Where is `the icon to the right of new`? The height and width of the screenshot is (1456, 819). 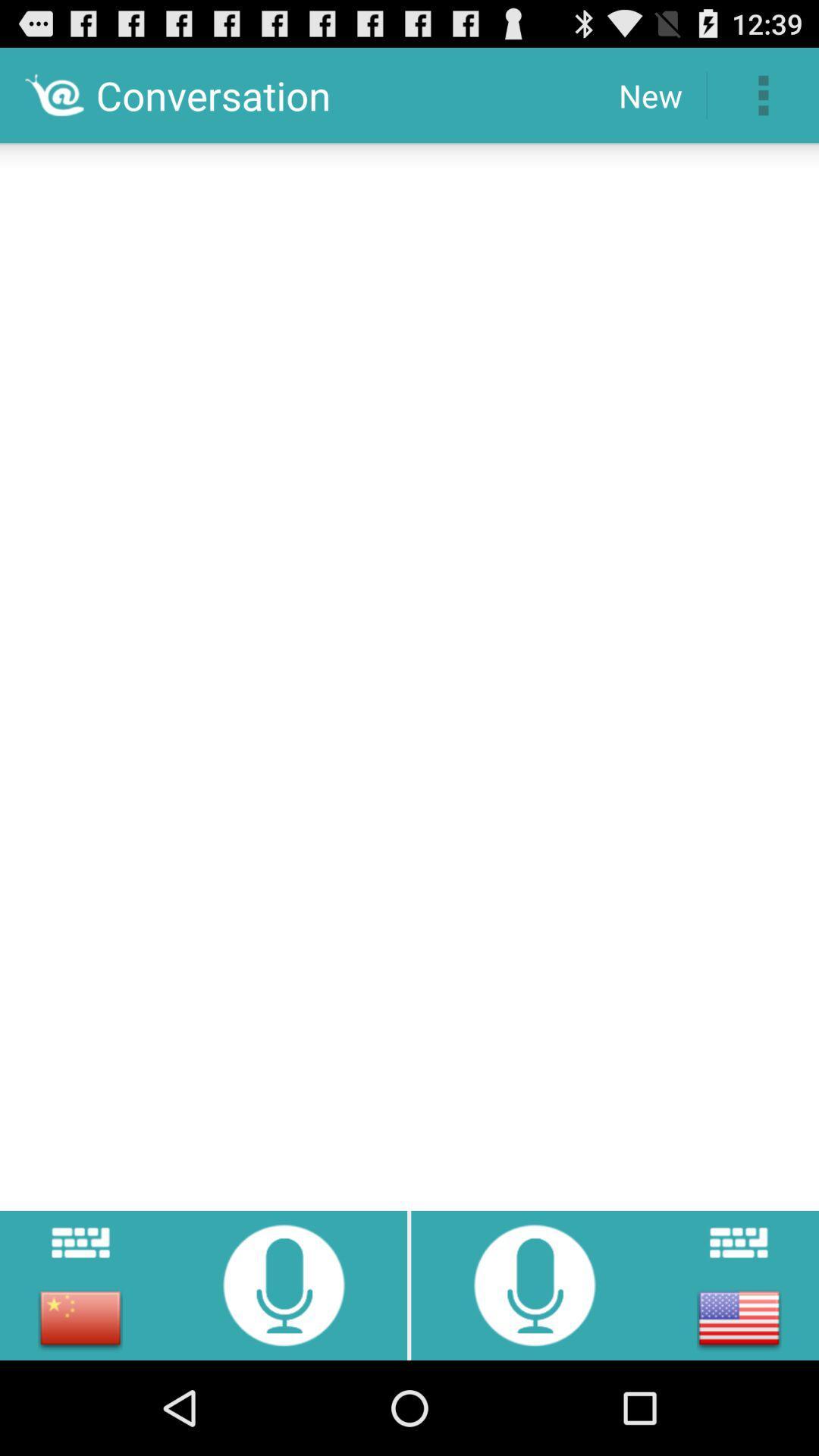 the icon to the right of new is located at coordinates (763, 94).